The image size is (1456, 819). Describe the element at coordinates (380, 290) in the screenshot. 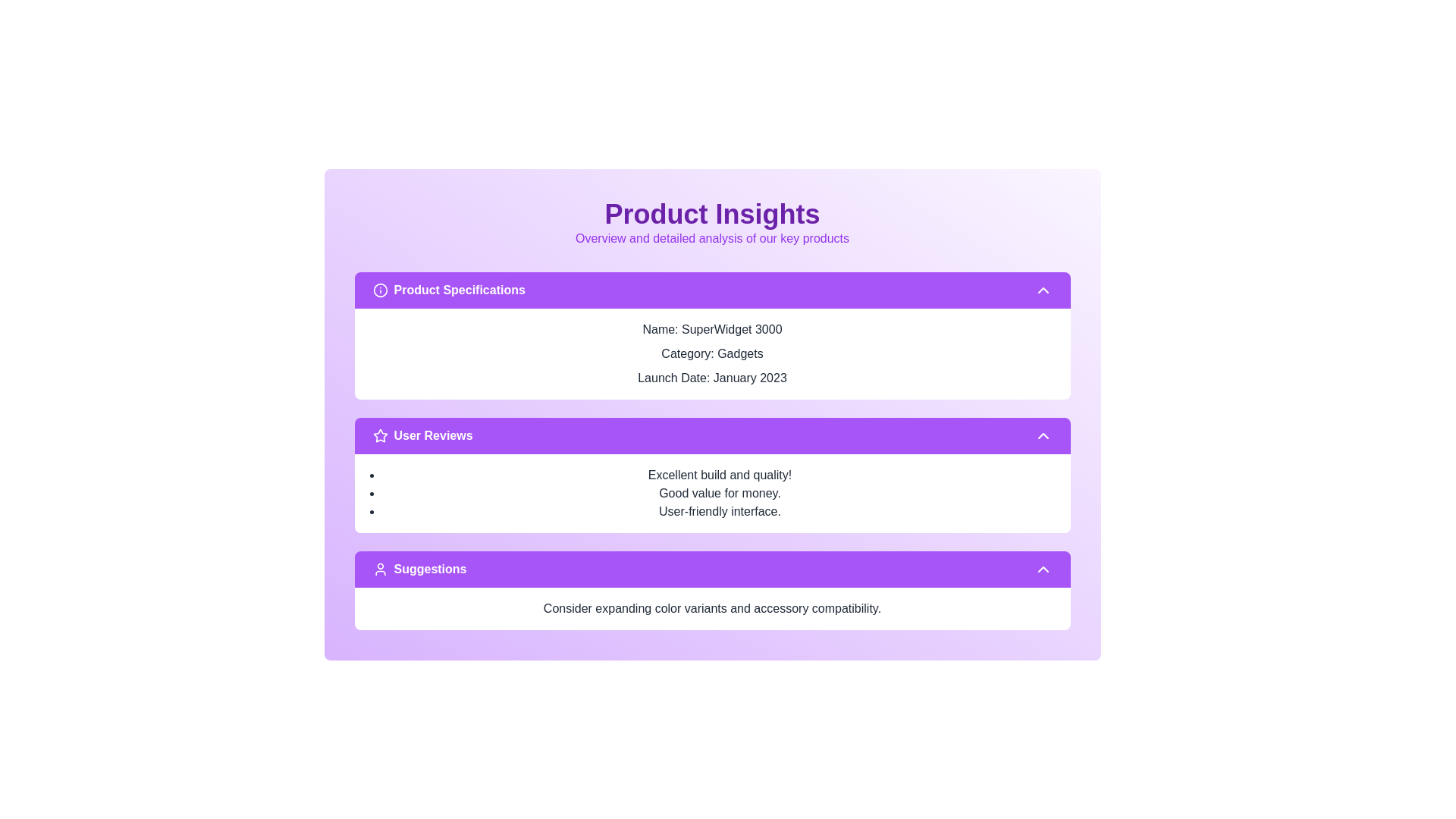

I see `the largest circular icon in the SVG component that serves as part of an information symbol by moving the cursor to its center` at that location.